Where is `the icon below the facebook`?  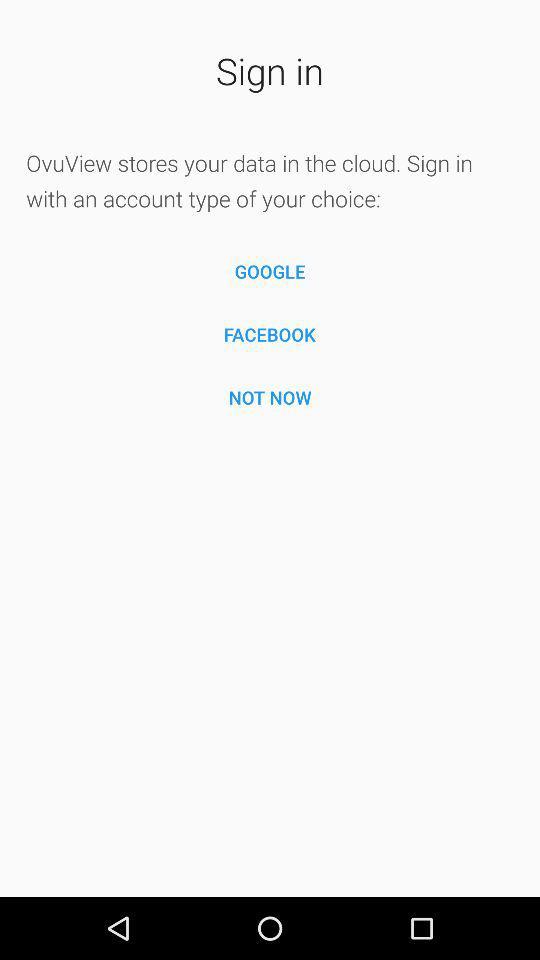 the icon below the facebook is located at coordinates (270, 396).